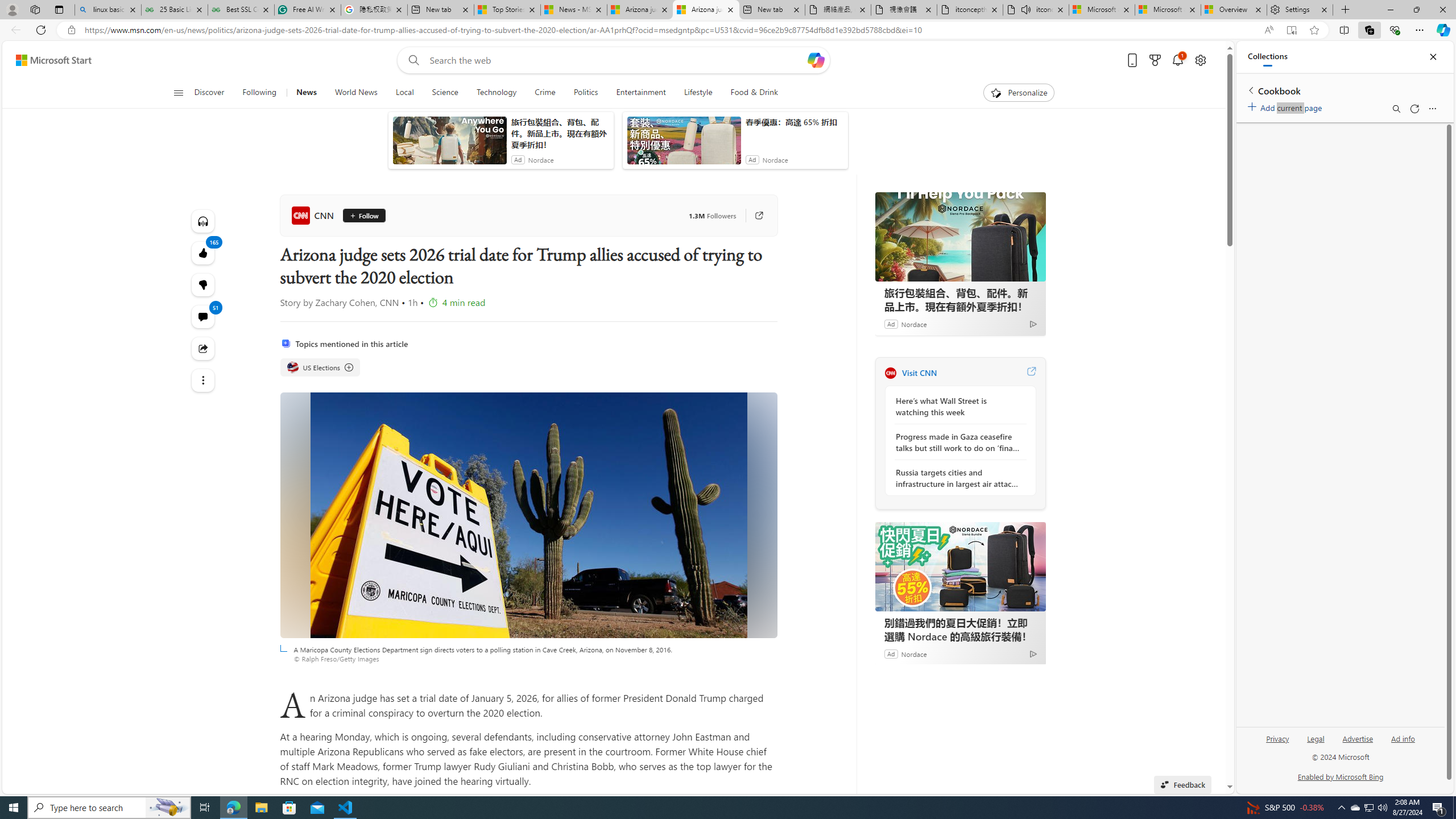 The height and width of the screenshot is (819, 1456). What do you see at coordinates (201, 285) in the screenshot?
I see `'165'` at bounding box center [201, 285].